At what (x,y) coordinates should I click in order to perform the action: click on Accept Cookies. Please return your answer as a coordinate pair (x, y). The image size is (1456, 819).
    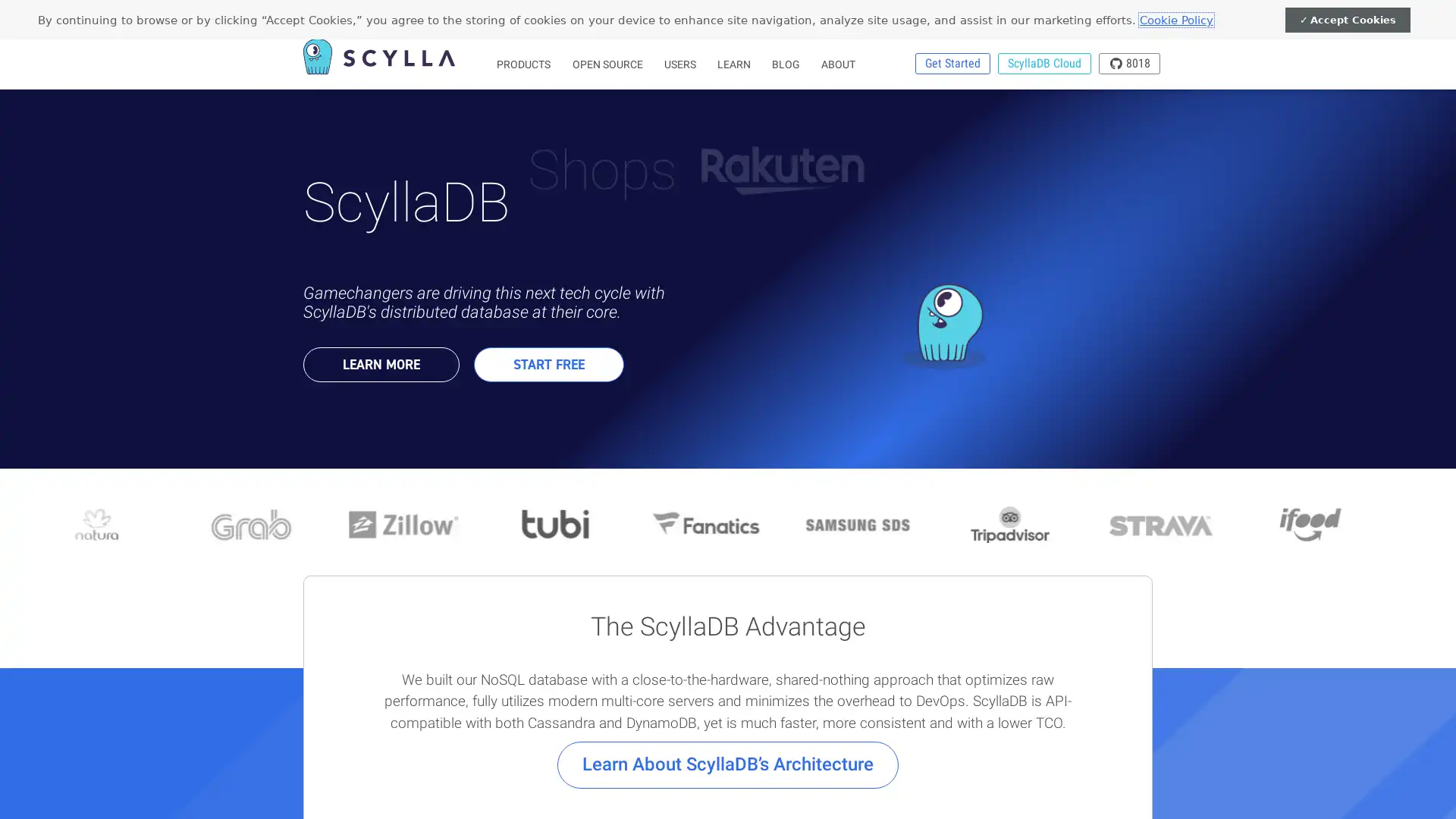
    Looking at the image, I should click on (1348, 20).